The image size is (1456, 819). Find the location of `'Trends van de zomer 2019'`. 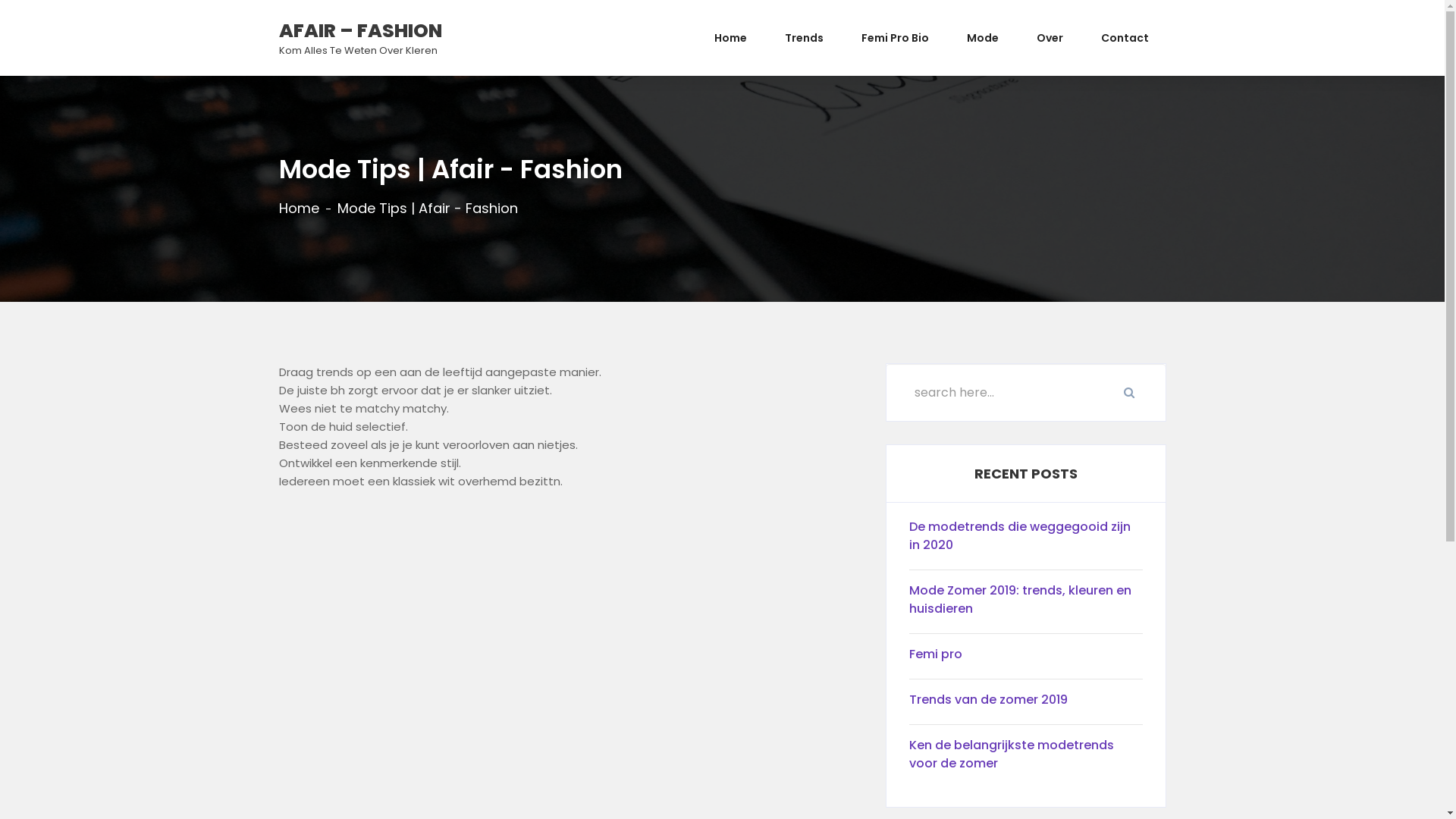

'Trends van de zomer 2019' is located at coordinates (1025, 704).